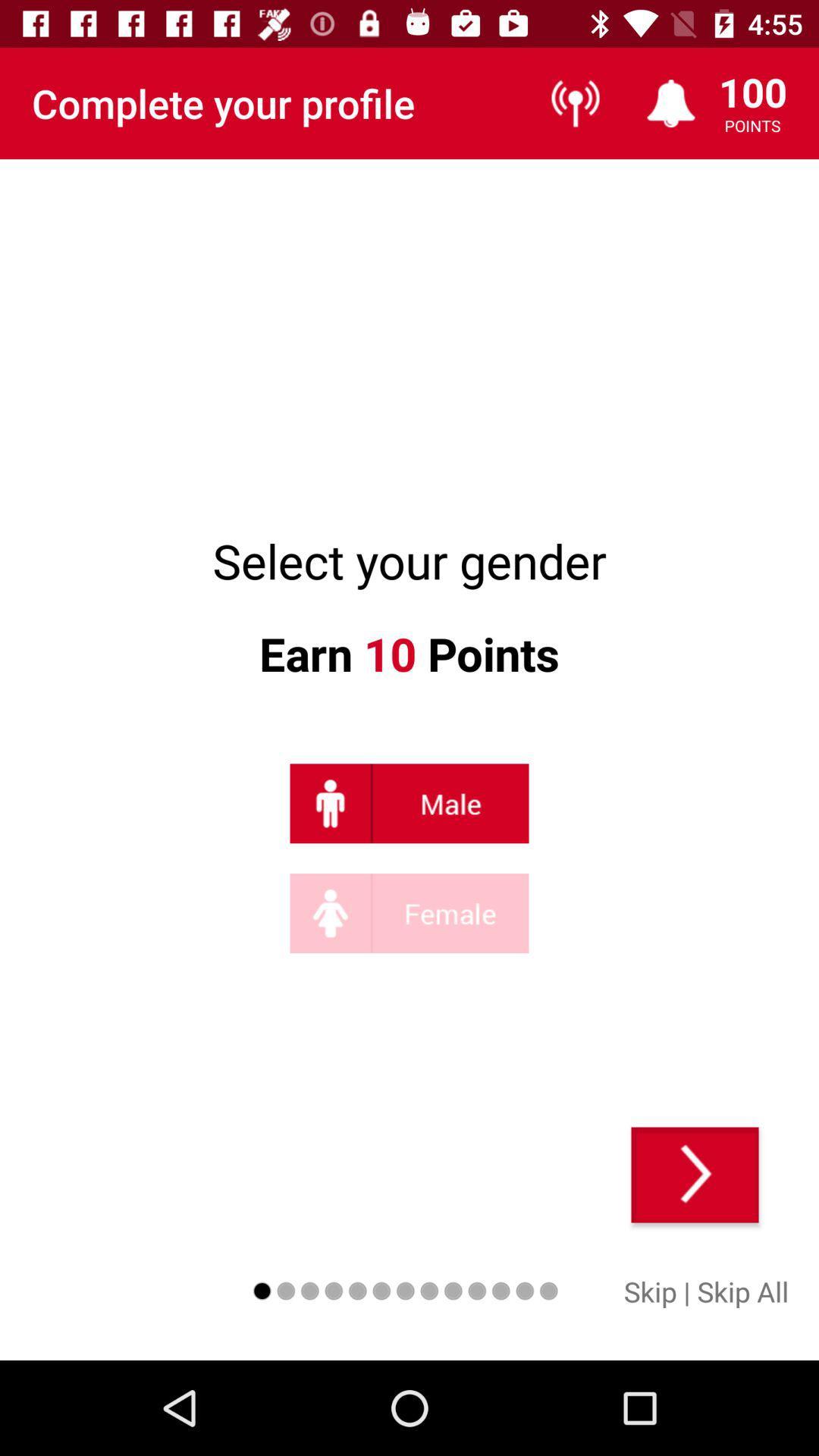 Image resolution: width=819 pixels, height=1456 pixels. I want to click on gender male, so click(409, 802).